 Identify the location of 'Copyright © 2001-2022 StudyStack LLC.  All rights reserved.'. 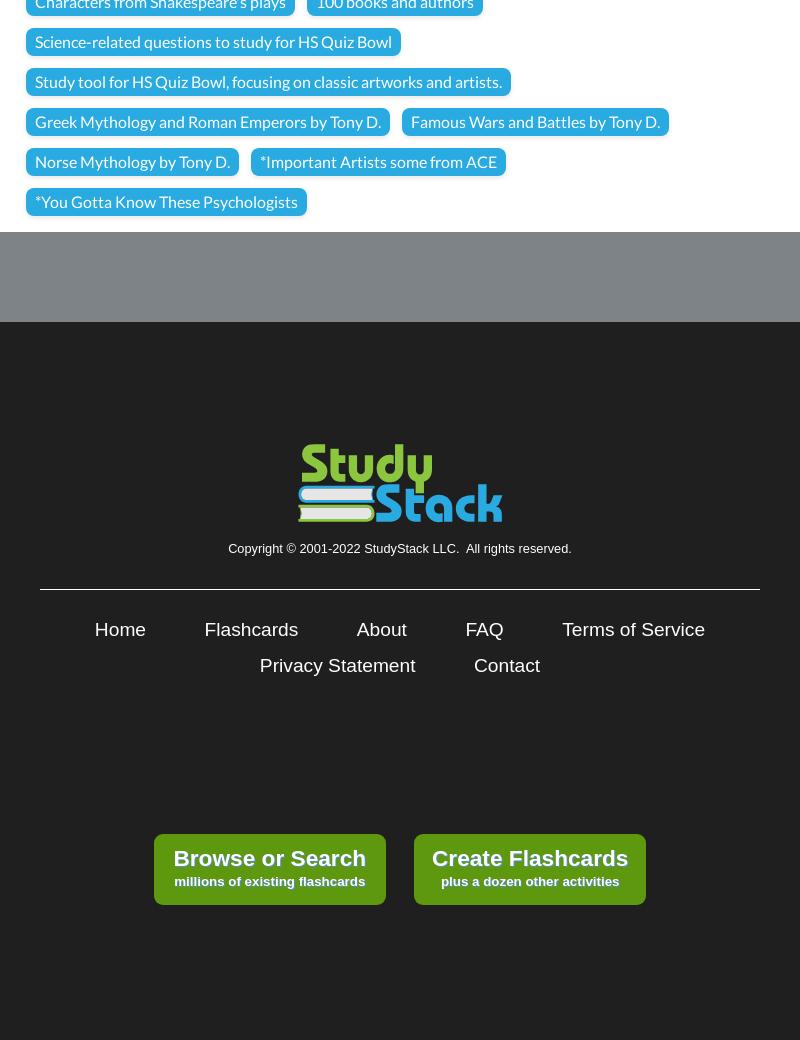
(398, 547).